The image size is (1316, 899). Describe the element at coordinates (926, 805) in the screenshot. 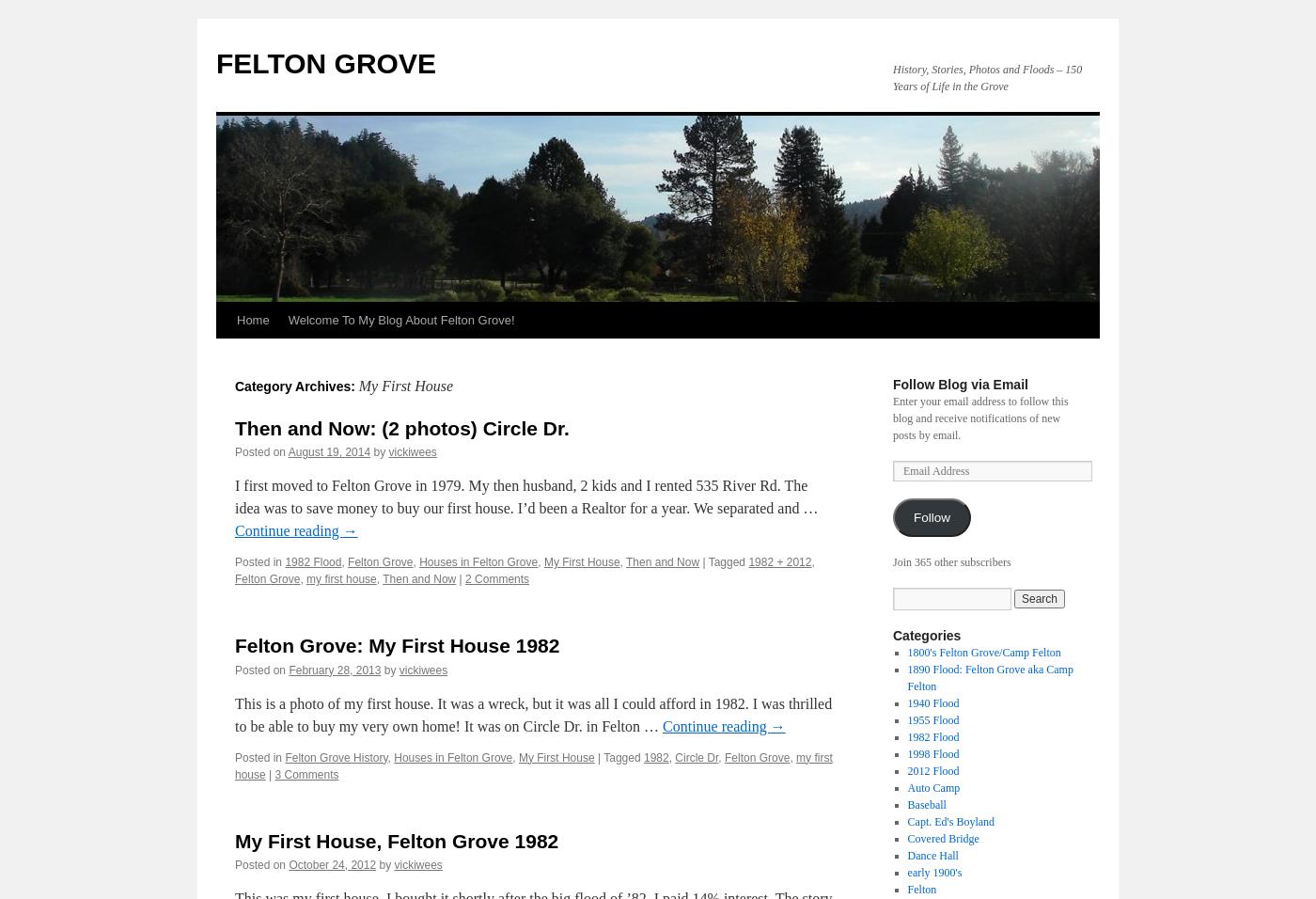

I see `'Baseball'` at that location.